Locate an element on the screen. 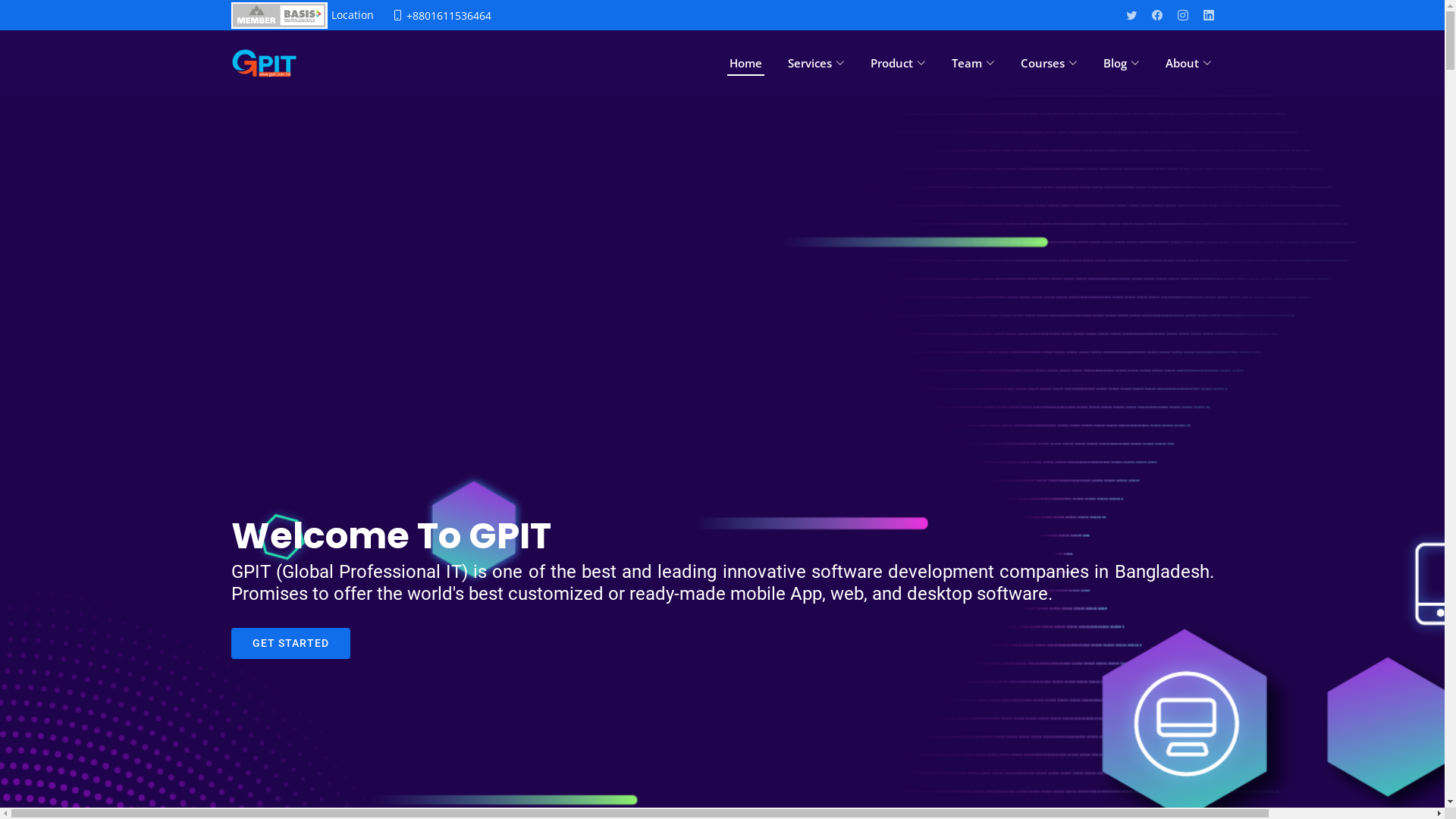 The width and height of the screenshot is (1456, 819). 'About' is located at coordinates (1188, 62).